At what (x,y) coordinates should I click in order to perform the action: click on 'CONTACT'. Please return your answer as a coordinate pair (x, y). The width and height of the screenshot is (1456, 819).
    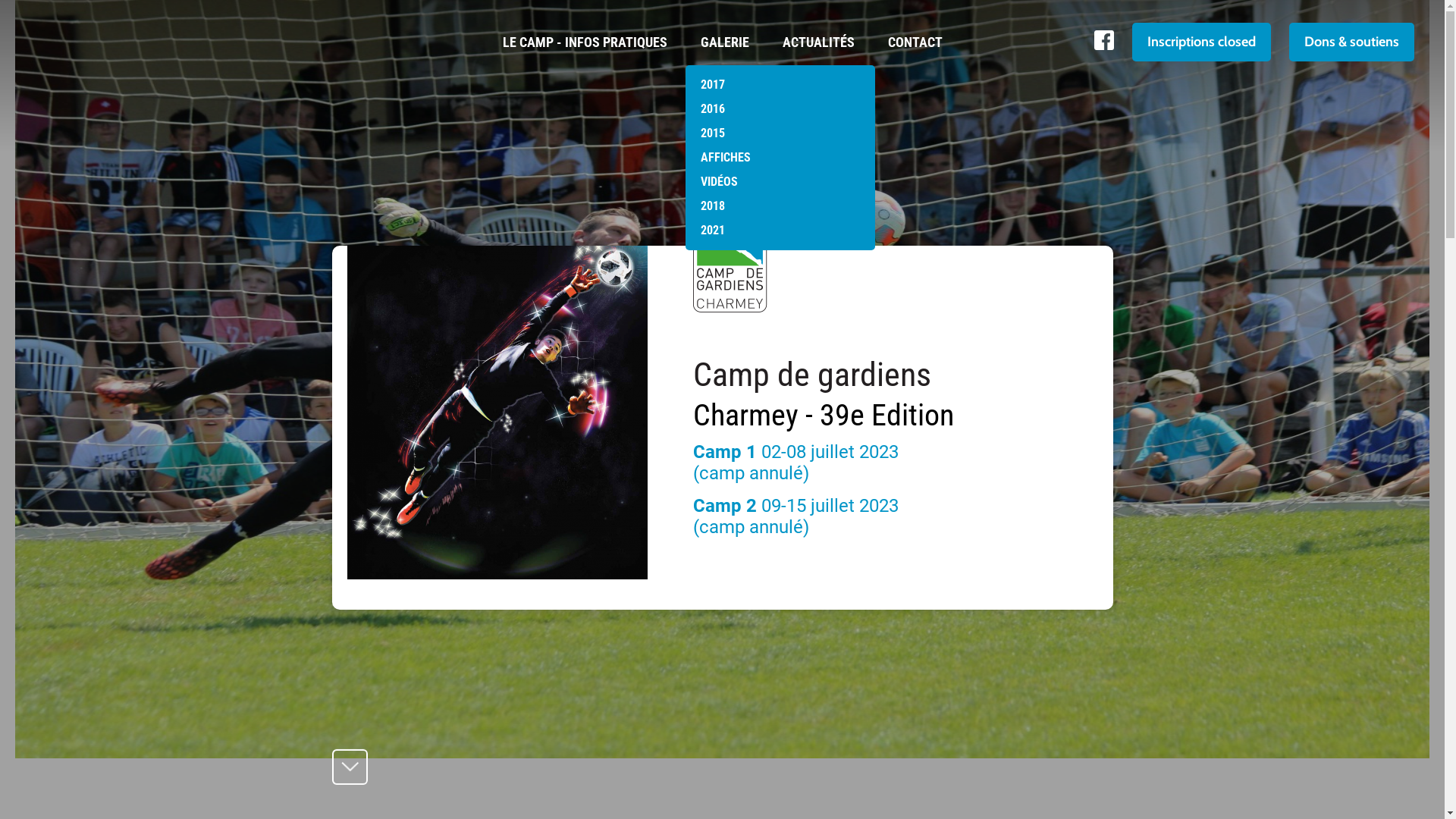
    Looking at the image, I should click on (913, 32).